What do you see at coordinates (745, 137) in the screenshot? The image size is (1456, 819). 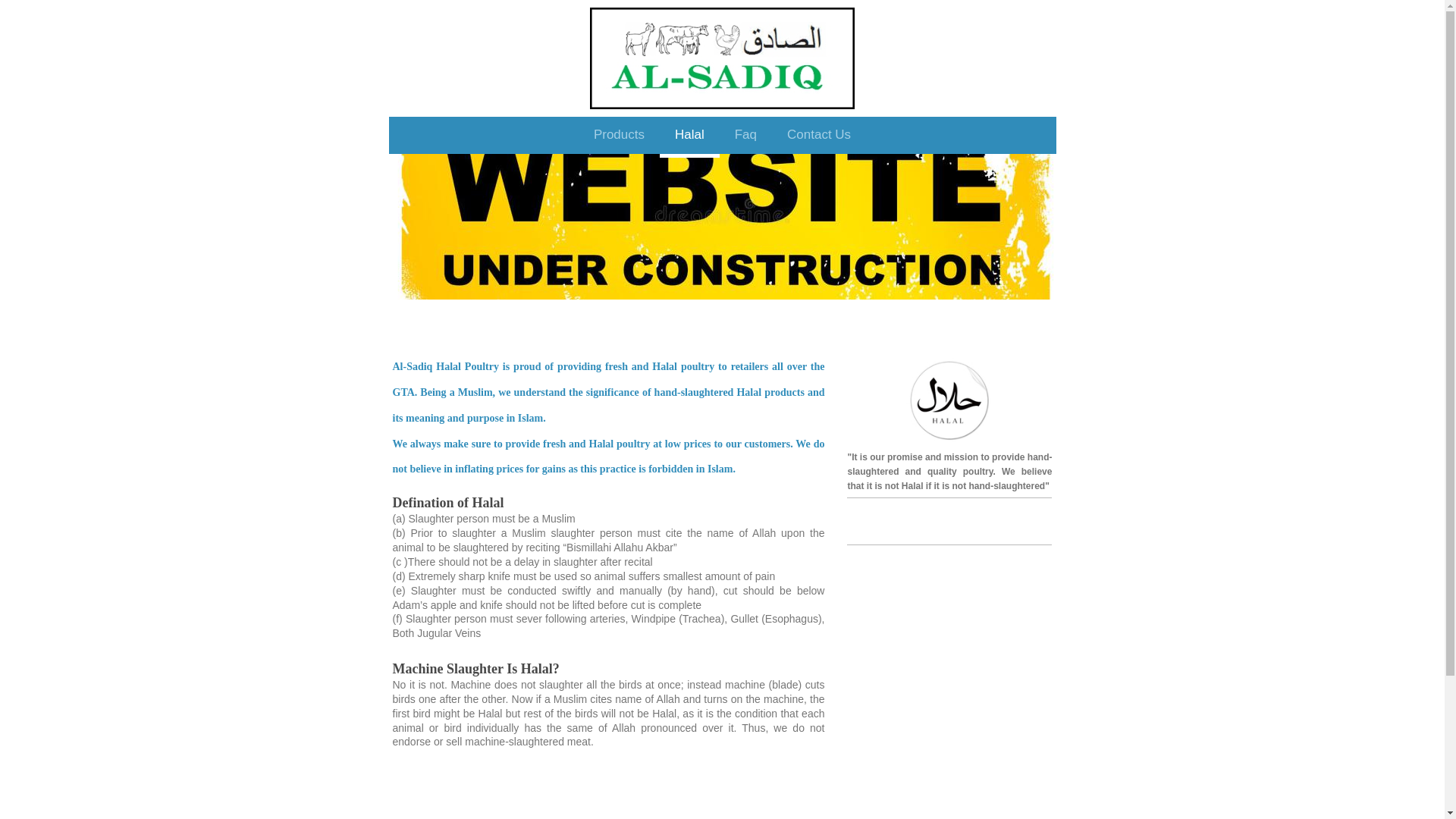 I see `'Faq'` at bounding box center [745, 137].